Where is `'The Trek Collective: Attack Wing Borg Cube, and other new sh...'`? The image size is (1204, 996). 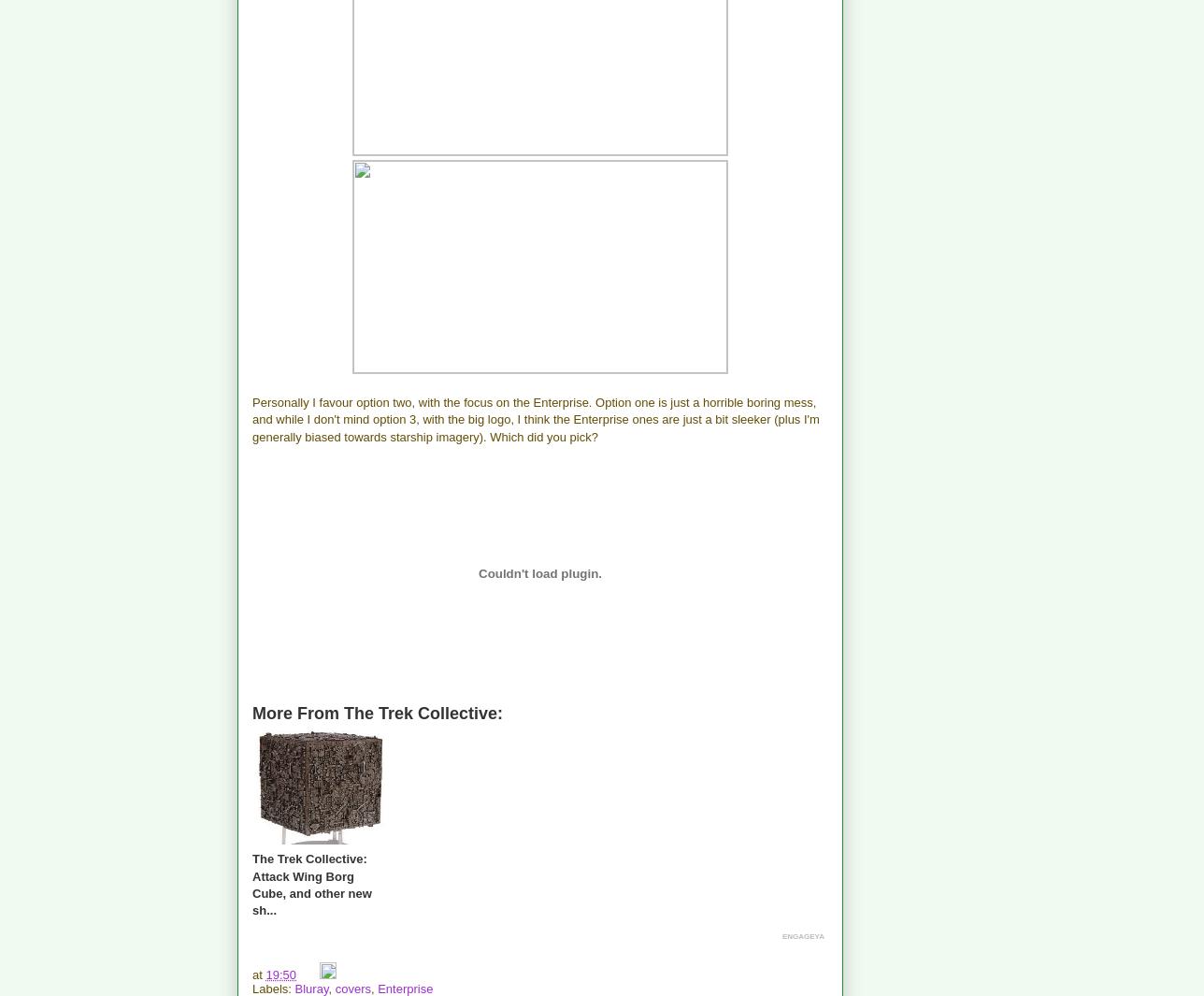 'The Trek Collective: Attack Wing Borg Cube, and other new sh...' is located at coordinates (310, 885).